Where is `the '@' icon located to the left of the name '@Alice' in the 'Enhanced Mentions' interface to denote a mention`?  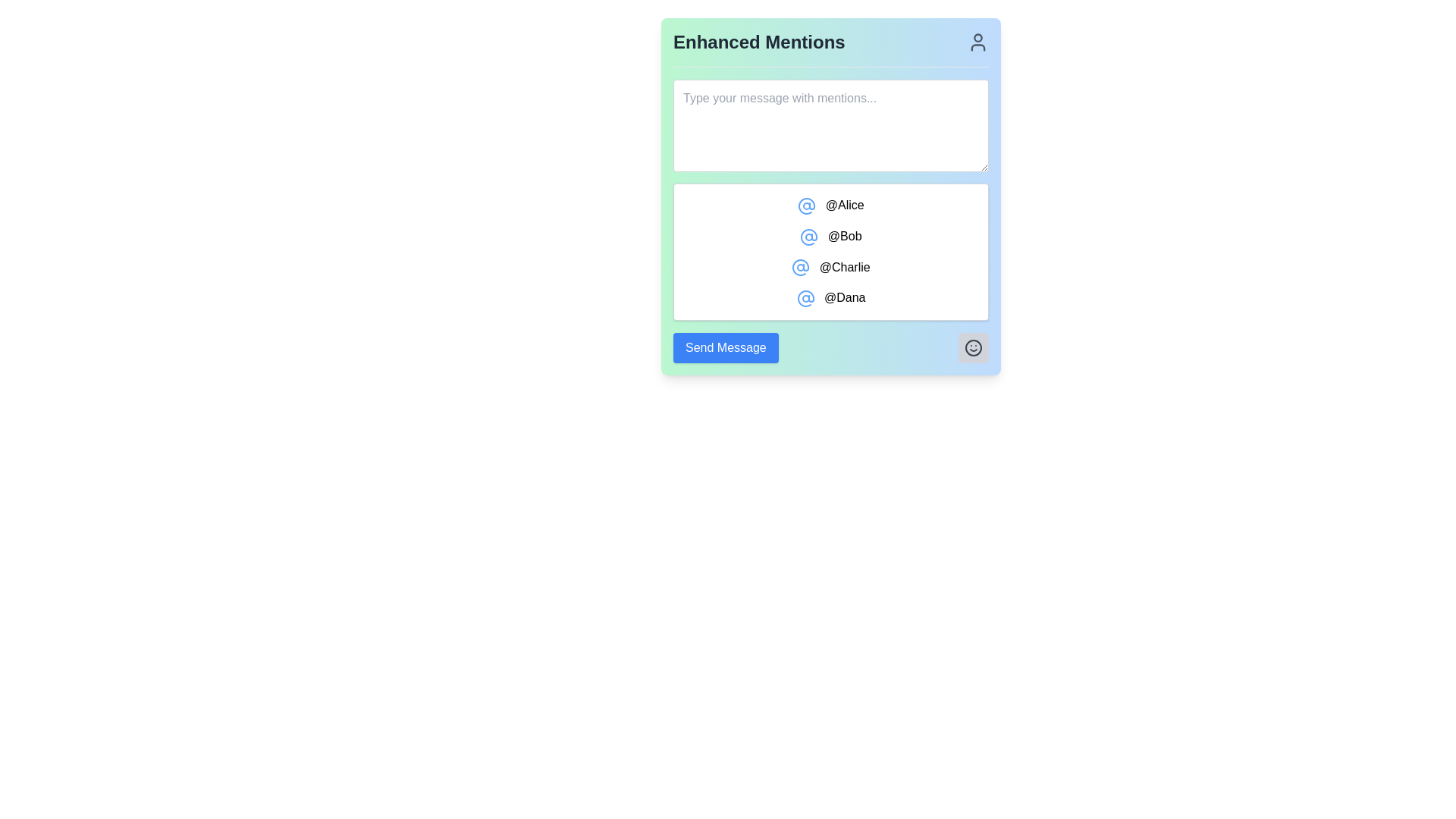
the '@' icon located to the left of the name '@Alice' in the 'Enhanced Mentions' interface to denote a mention is located at coordinates (806, 206).